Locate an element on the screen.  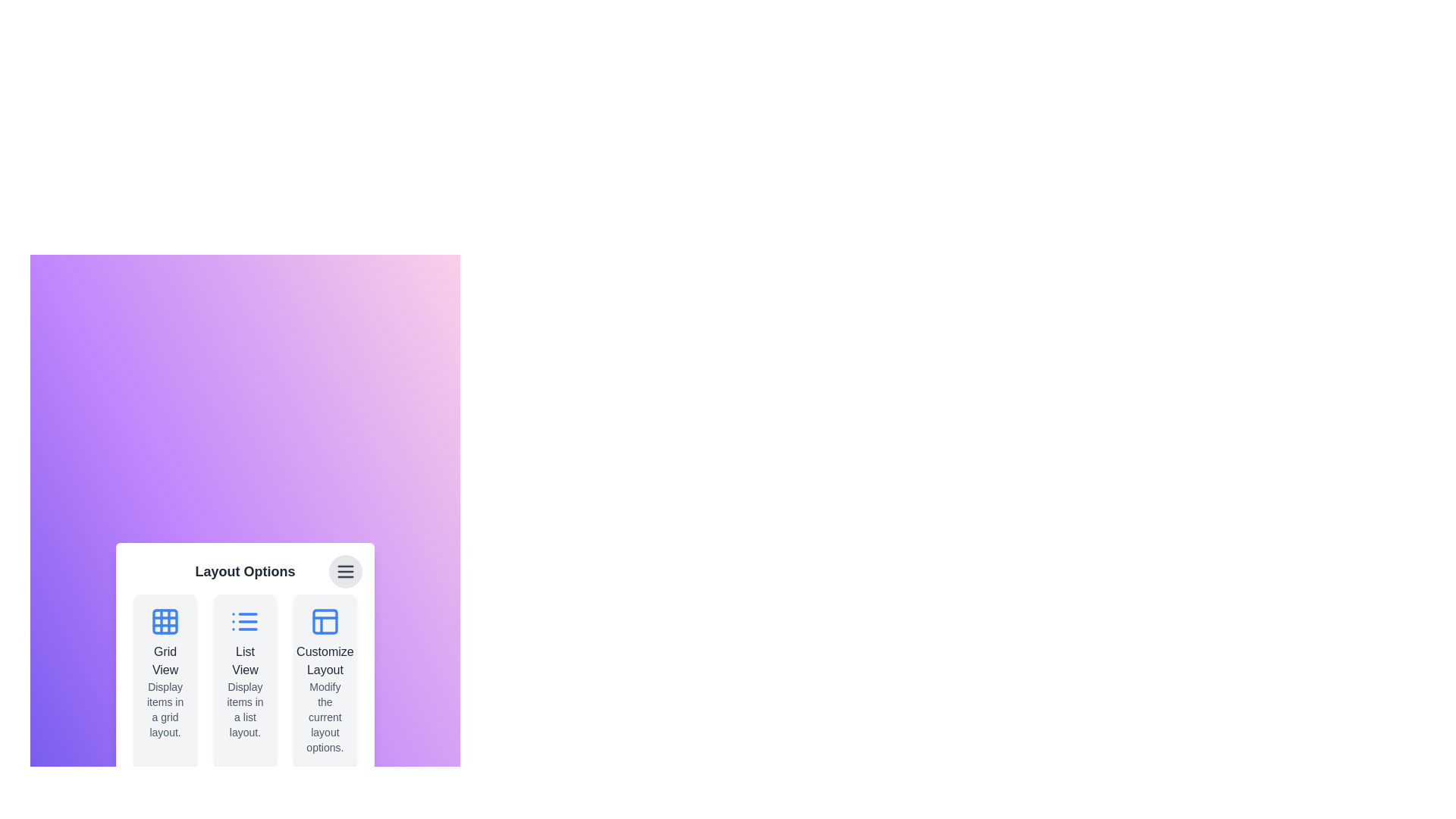
the 'Grid View' card to select it is located at coordinates (165, 680).